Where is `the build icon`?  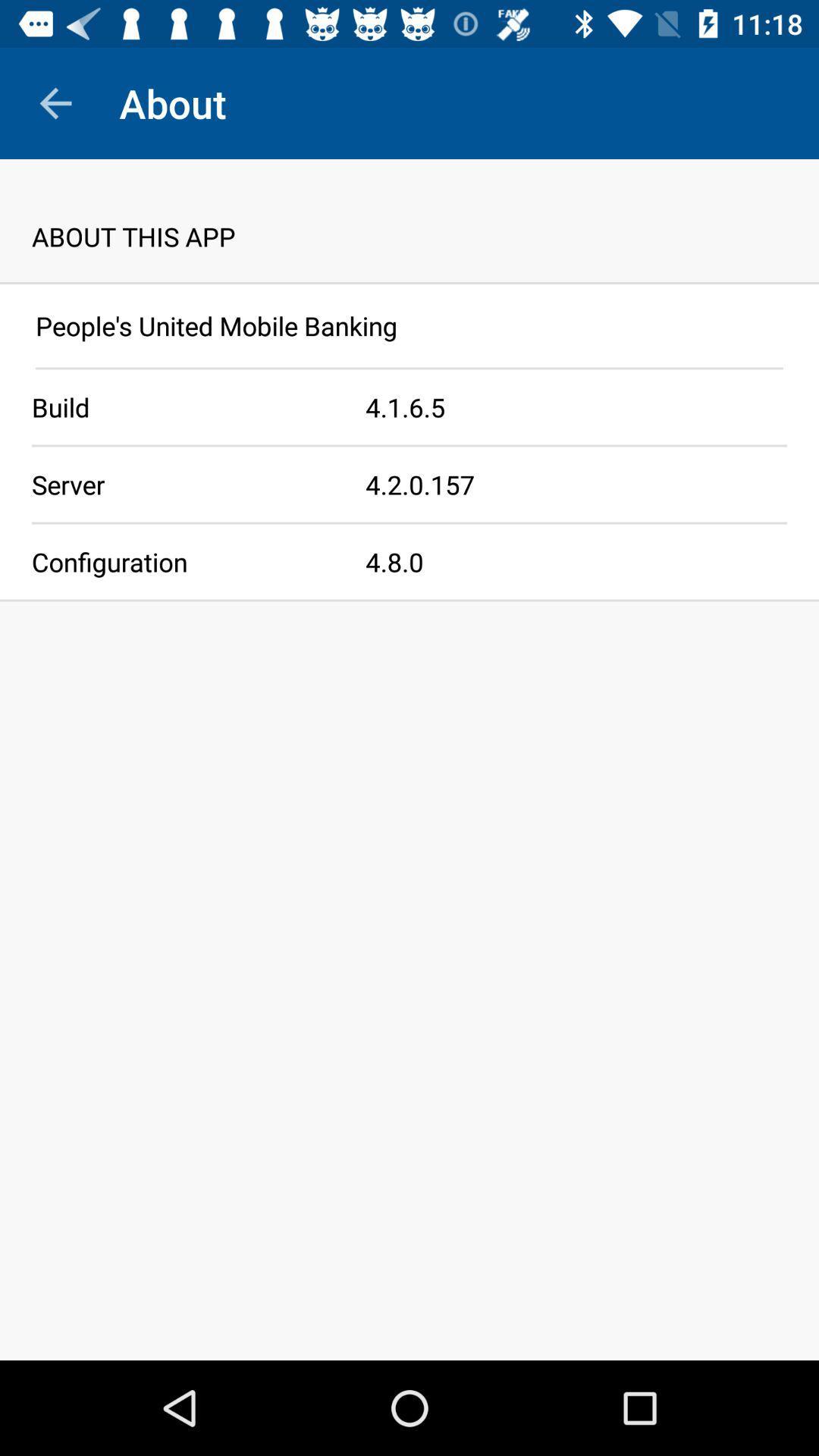 the build icon is located at coordinates (182, 407).